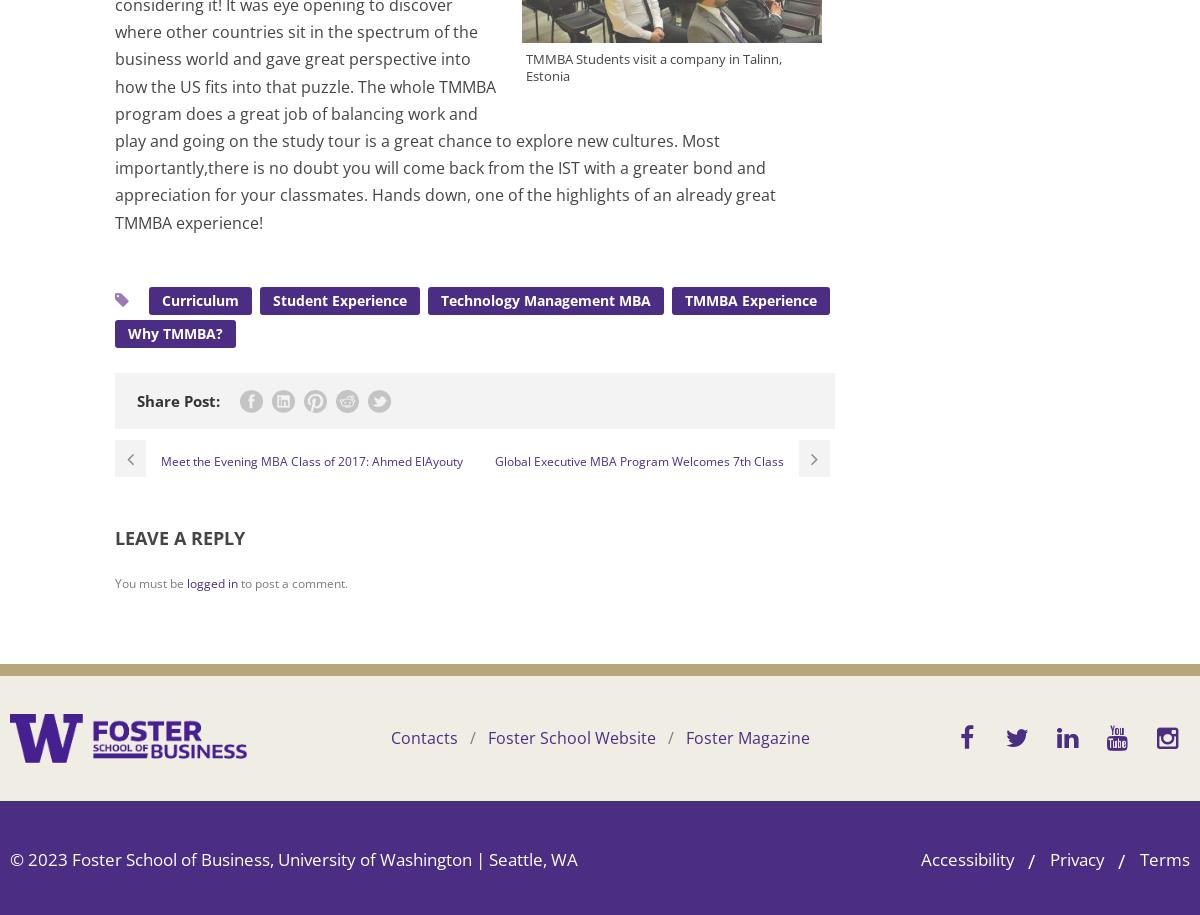 Image resolution: width=1200 pixels, height=915 pixels. Describe the element at coordinates (1163, 859) in the screenshot. I see `'Terms'` at that location.